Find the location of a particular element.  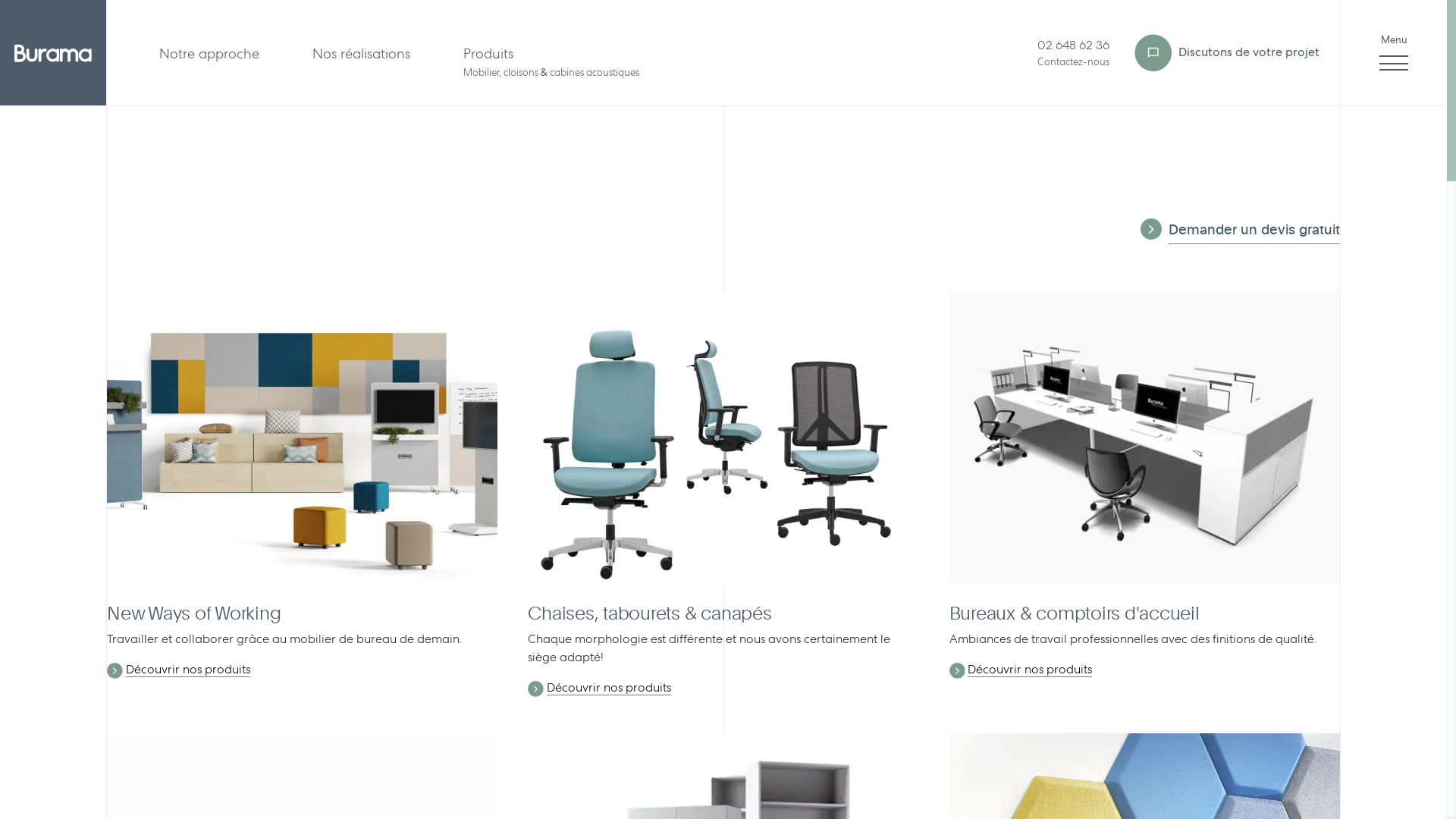

'Mobilier' is located at coordinates (480, 72).